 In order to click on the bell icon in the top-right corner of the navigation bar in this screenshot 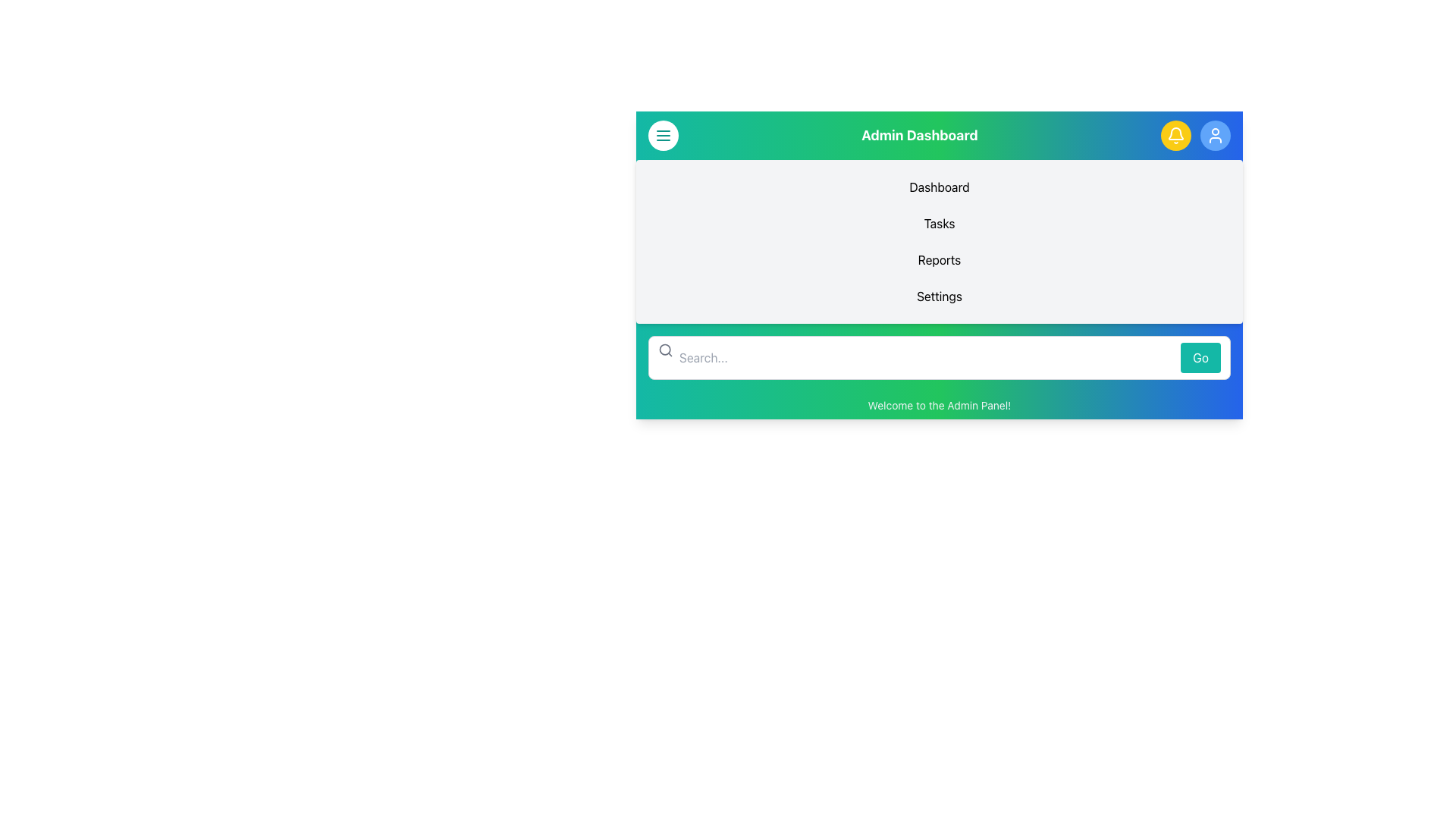, I will do `click(1175, 134)`.